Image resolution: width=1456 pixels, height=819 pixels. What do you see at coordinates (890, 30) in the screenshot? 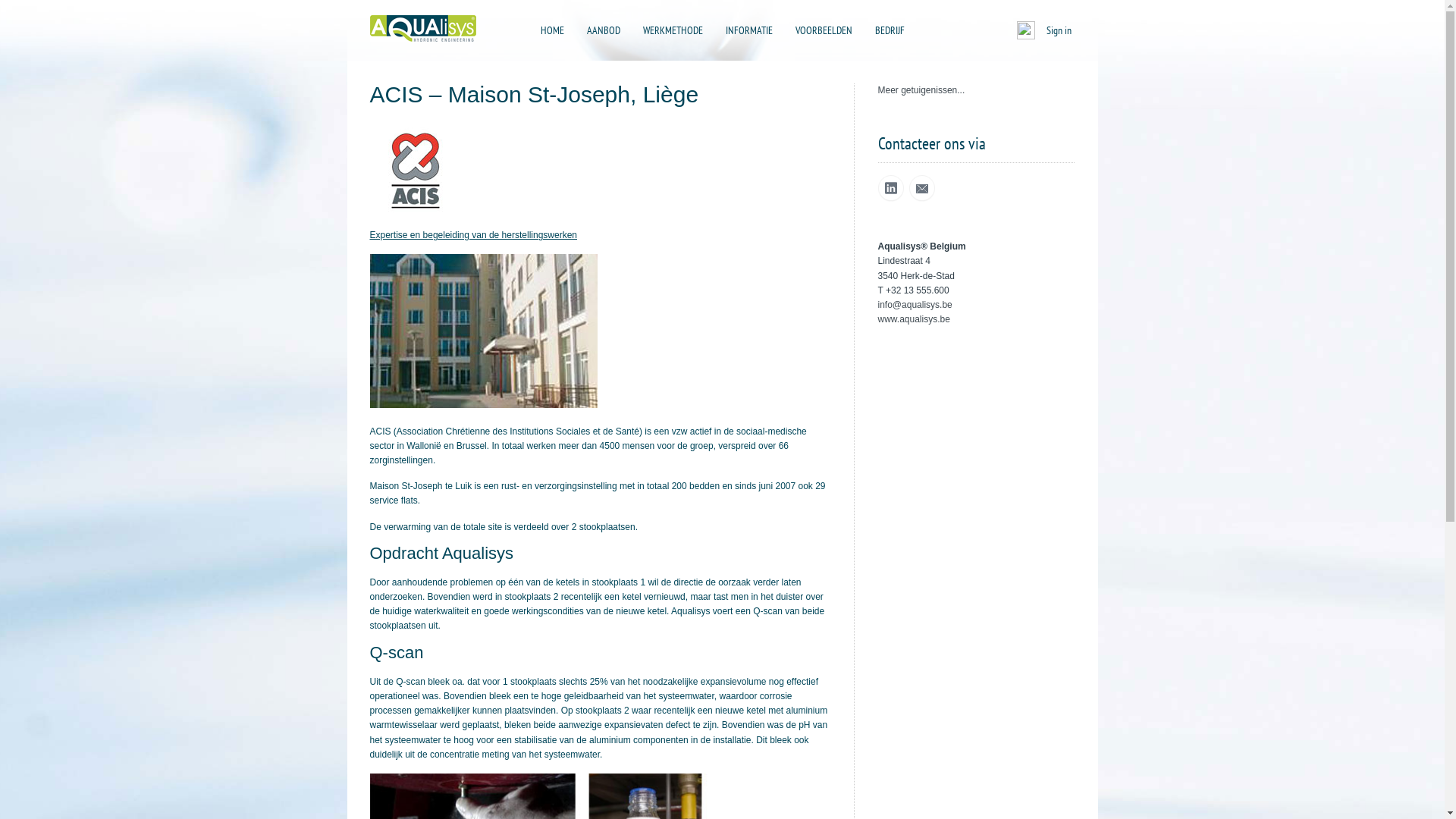
I see `'BEDRIJF'` at bounding box center [890, 30].